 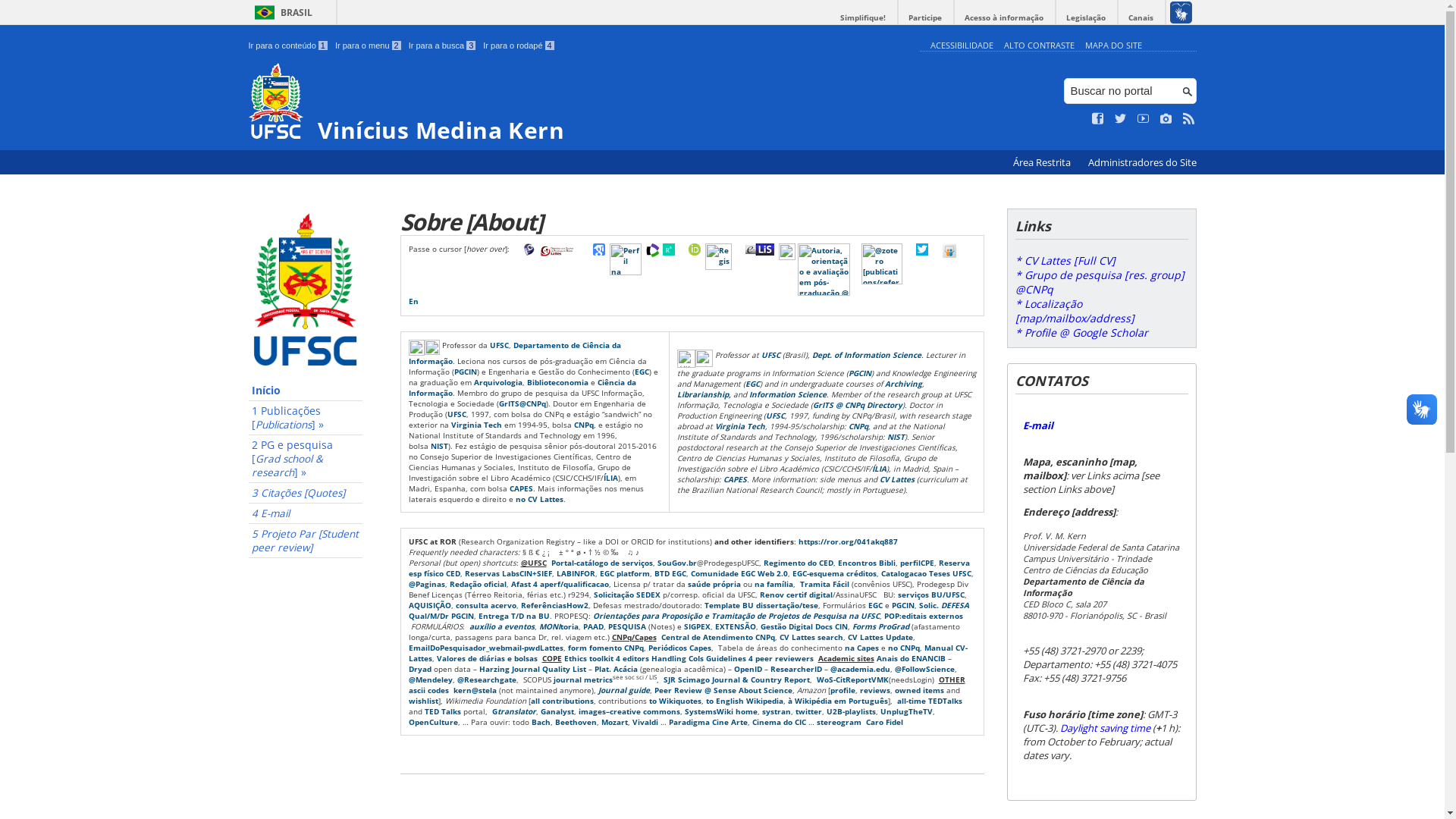 What do you see at coordinates (811, 353) in the screenshot?
I see `'Dept. of Information Science'` at bounding box center [811, 353].